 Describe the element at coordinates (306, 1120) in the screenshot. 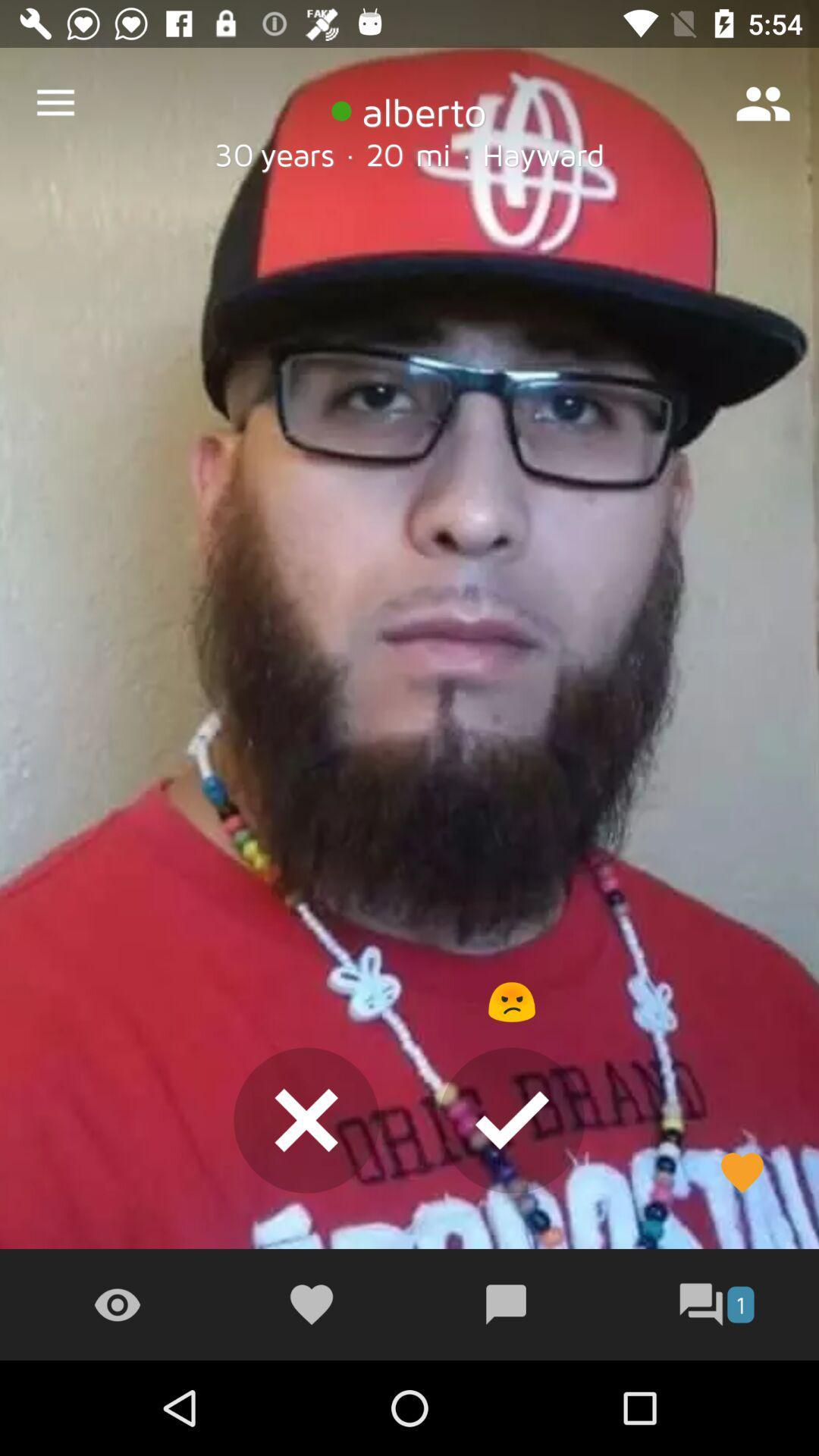

I see `the close icon` at that location.